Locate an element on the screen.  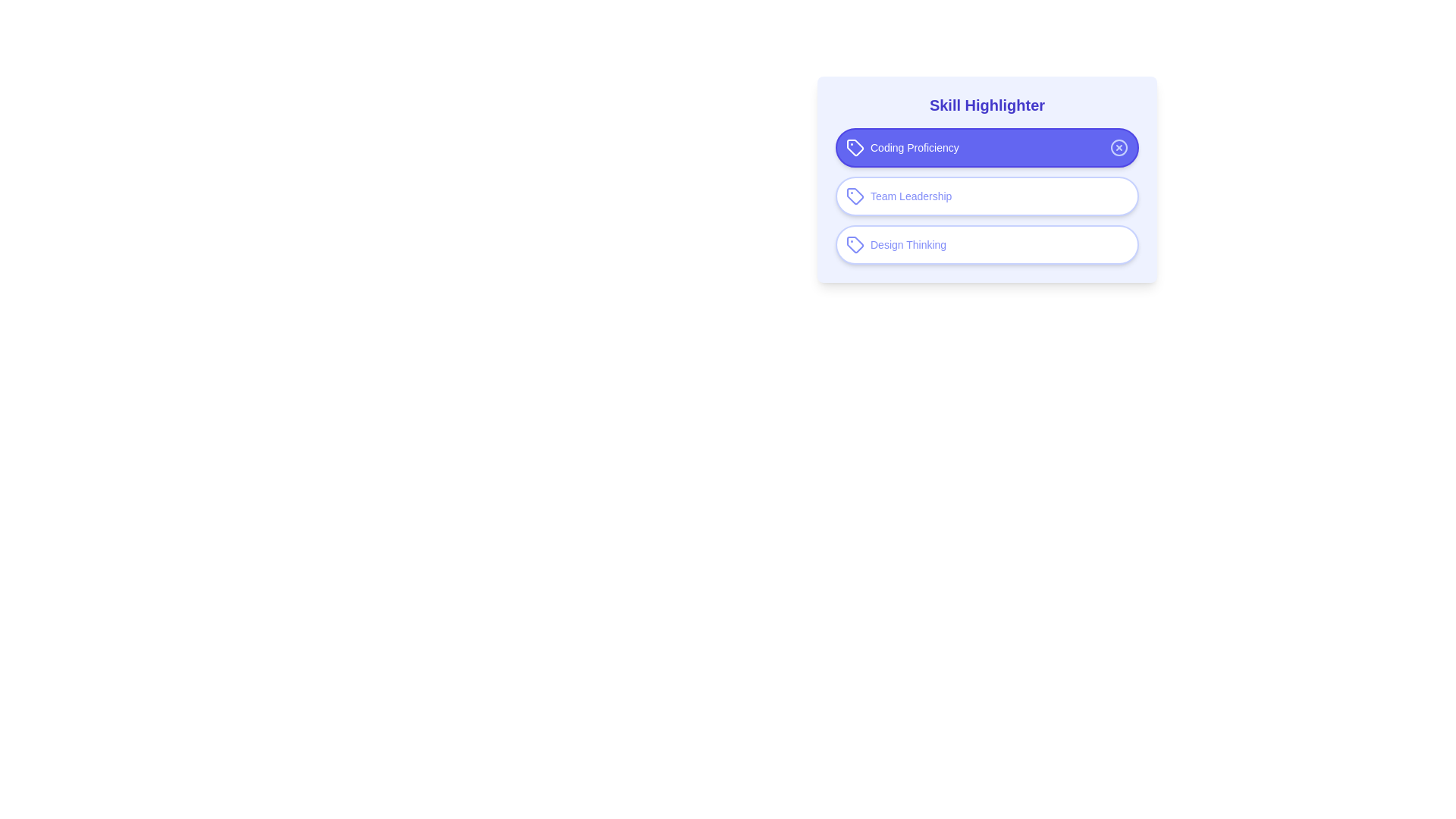
the close icon of the highlighted chip is located at coordinates (1119, 148).